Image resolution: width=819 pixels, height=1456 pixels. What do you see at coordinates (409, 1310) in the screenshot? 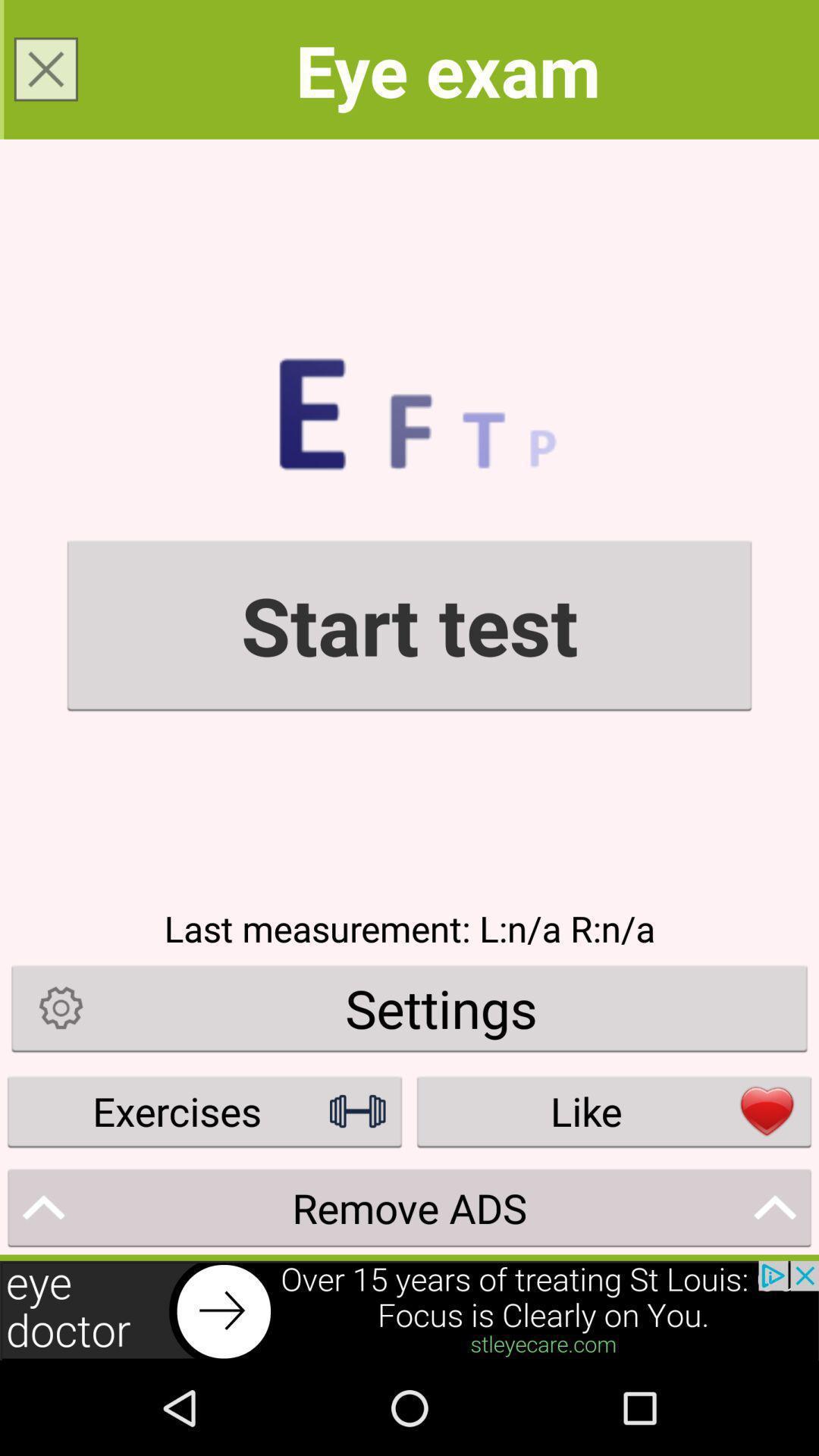
I see `information about eye doctor` at bounding box center [409, 1310].